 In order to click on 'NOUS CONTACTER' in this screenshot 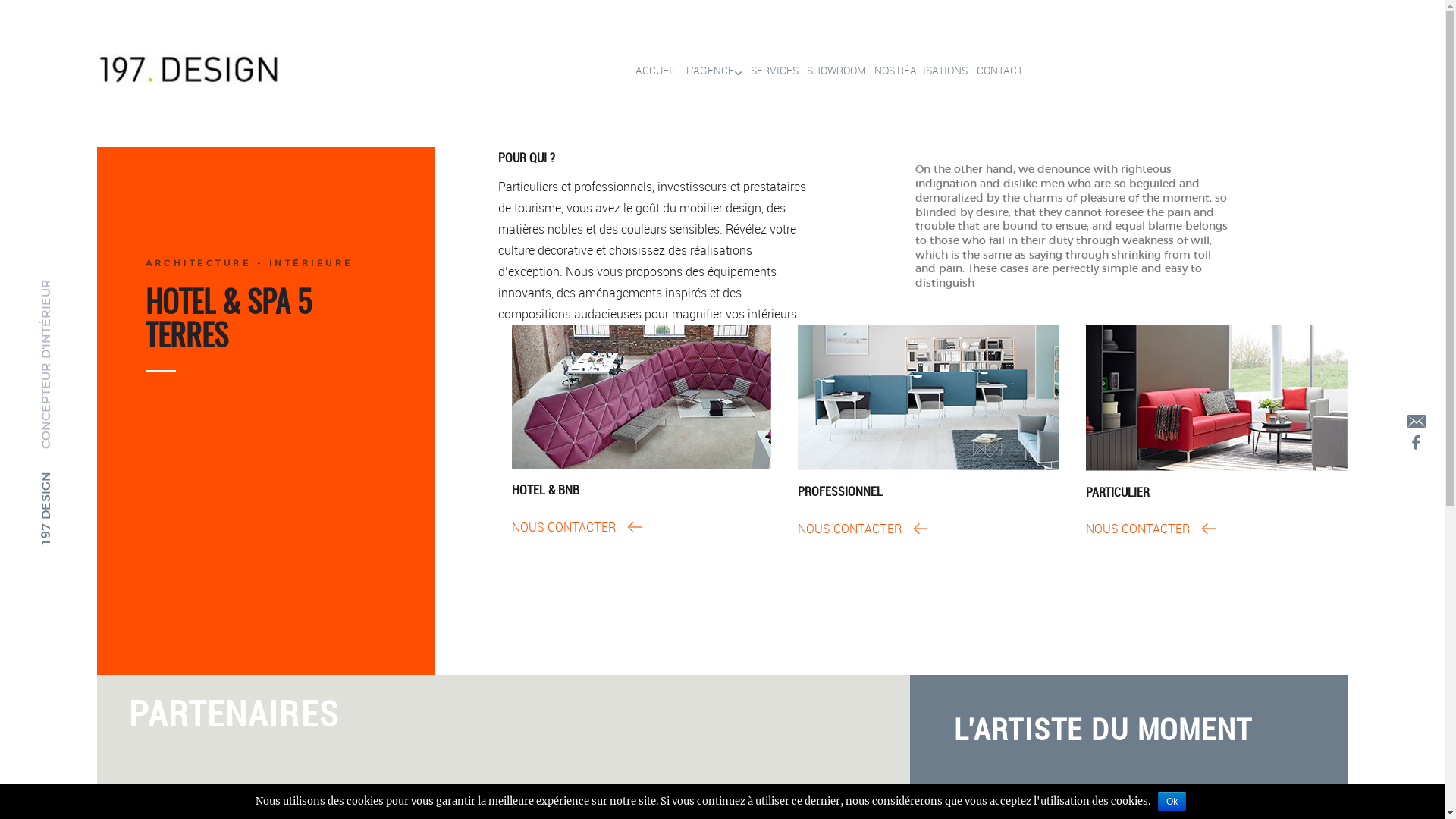, I will do `click(576, 526)`.